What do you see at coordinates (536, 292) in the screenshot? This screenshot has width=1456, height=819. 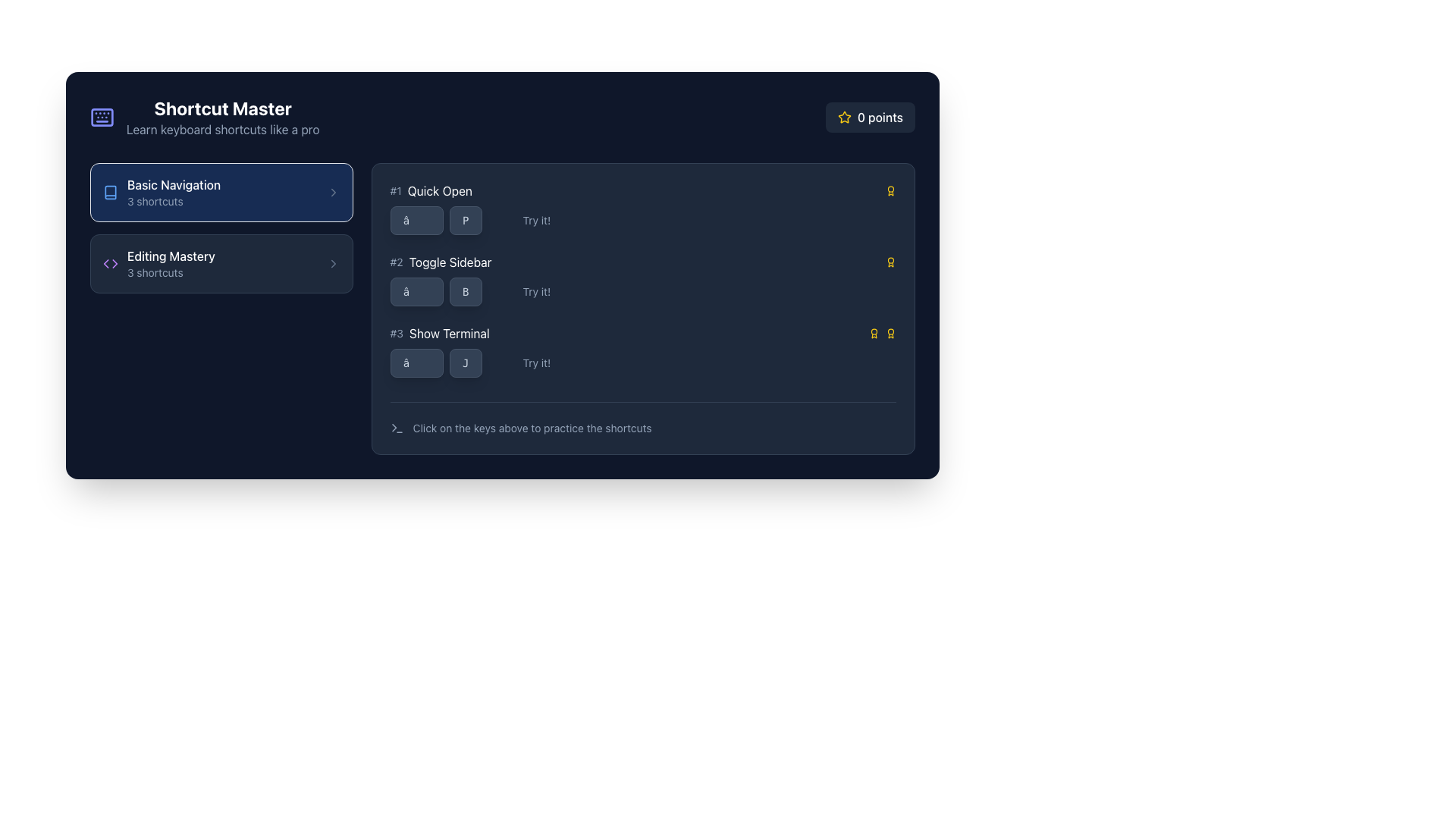 I see `the static text label that displays 'Try it!' in slate gray color, located under the 'Toggle Sidebar' section, positioned to the right of the shortcuts 'á' and 'B'` at bounding box center [536, 292].